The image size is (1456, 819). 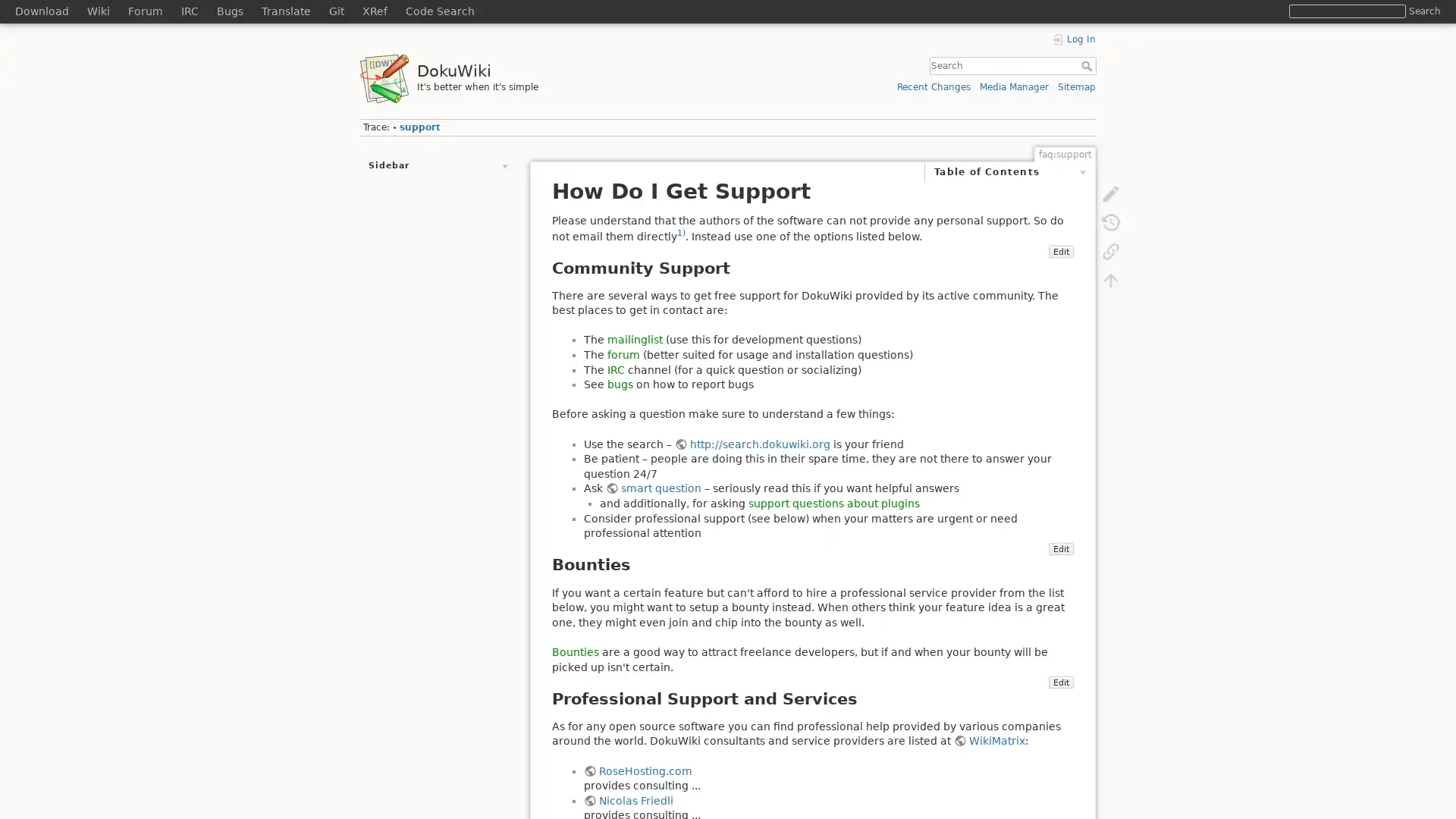 What do you see at coordinates (1059, 265) in the screenshot?
I see `Edit` at bounding box center [1059, 265].